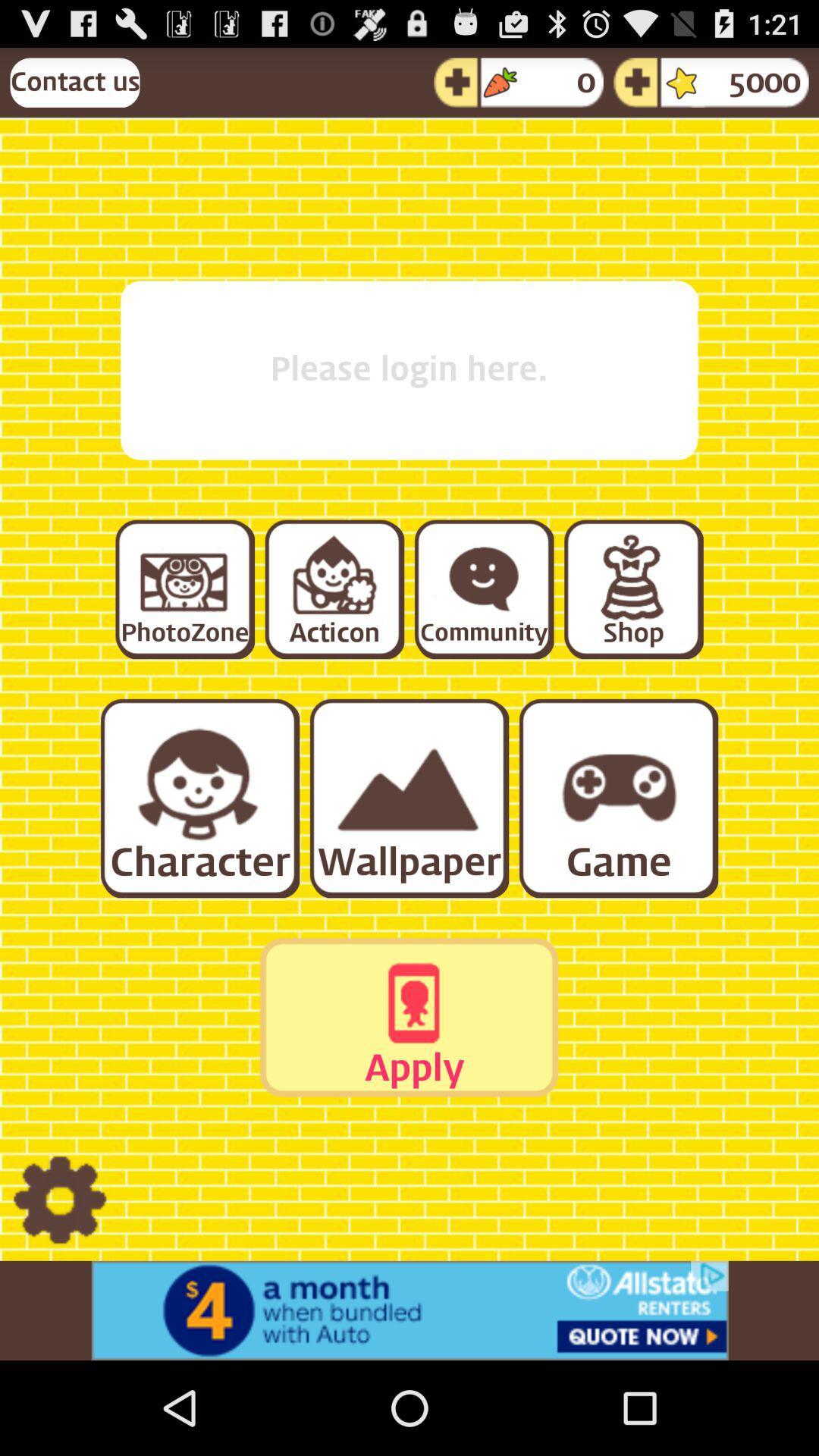 This screenshot has width=819, height=1456. I want to click on apply button, so click(408, 1017).